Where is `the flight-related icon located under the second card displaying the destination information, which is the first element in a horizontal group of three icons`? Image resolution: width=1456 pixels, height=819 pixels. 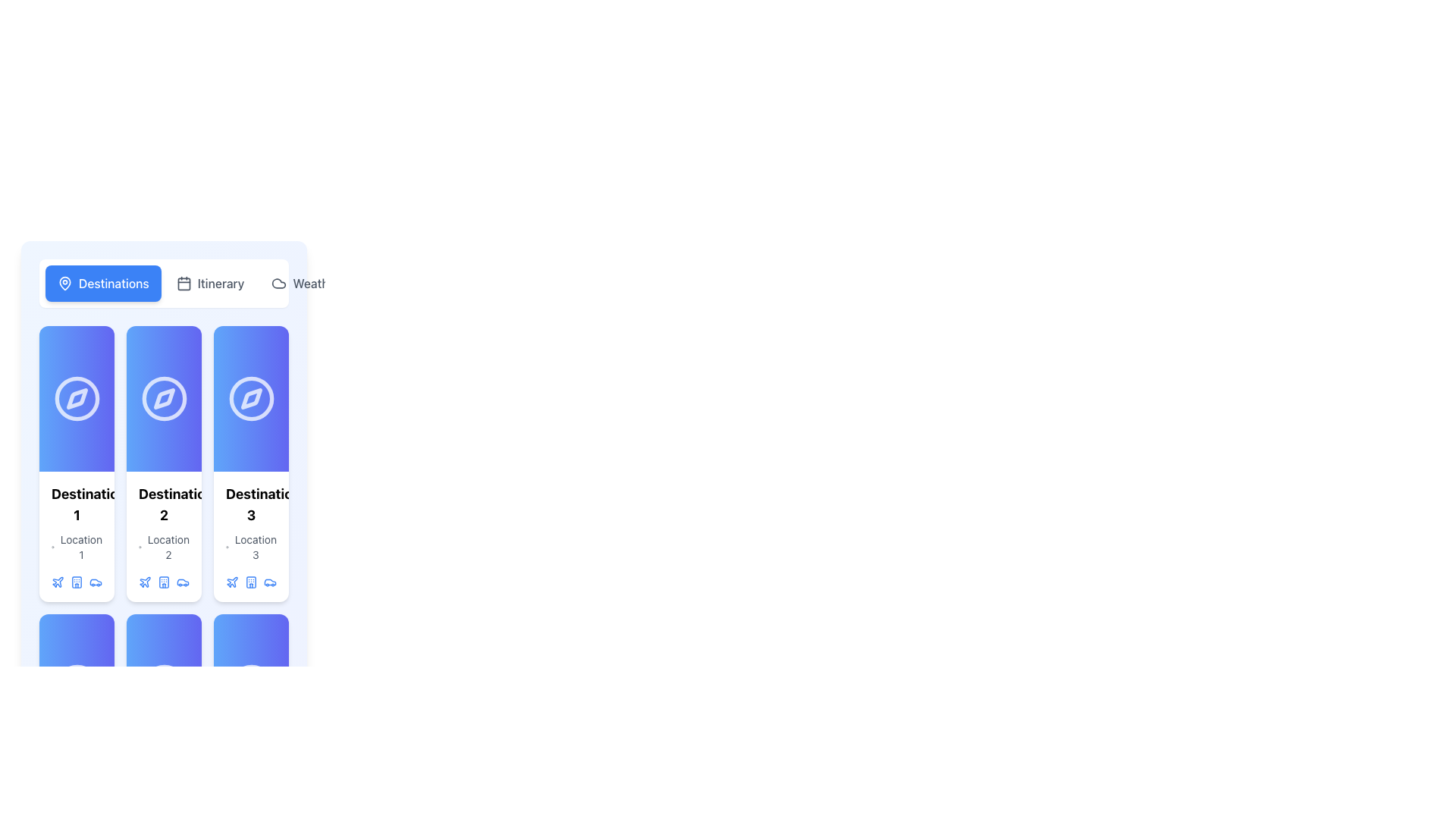
the flight-related icon located under the second card displaying the destination information, which is the first element in a horizontal group of three icons is located at coordinates (145, 581).